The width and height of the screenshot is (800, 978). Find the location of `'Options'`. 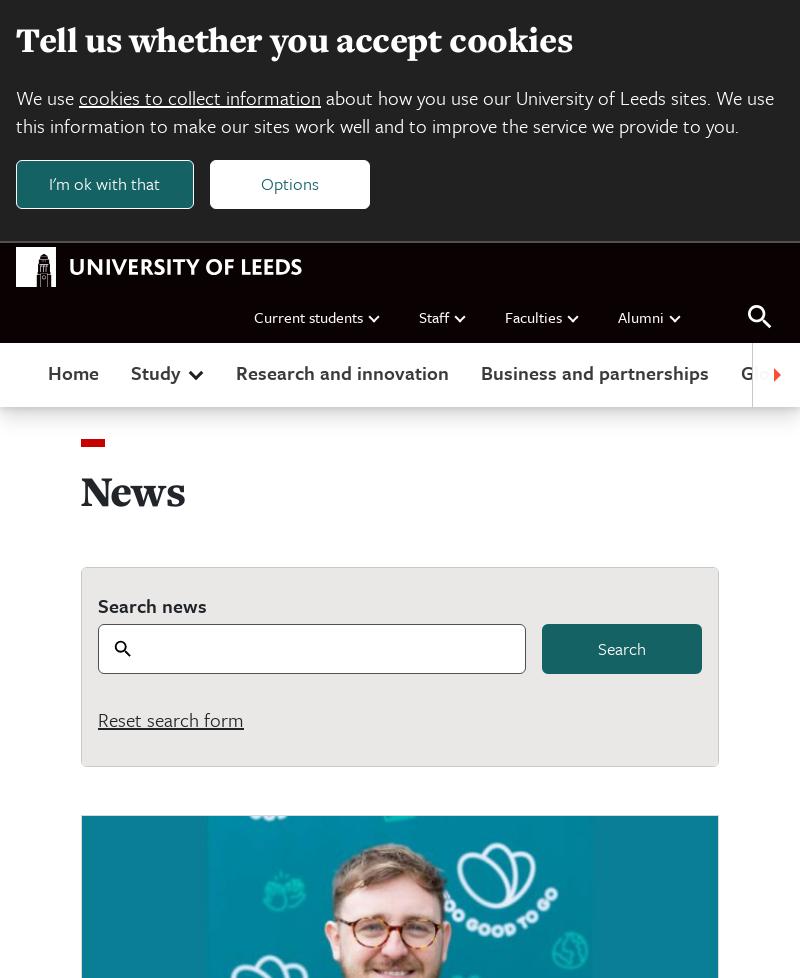

'Options' is located at coordinates (289, 183).